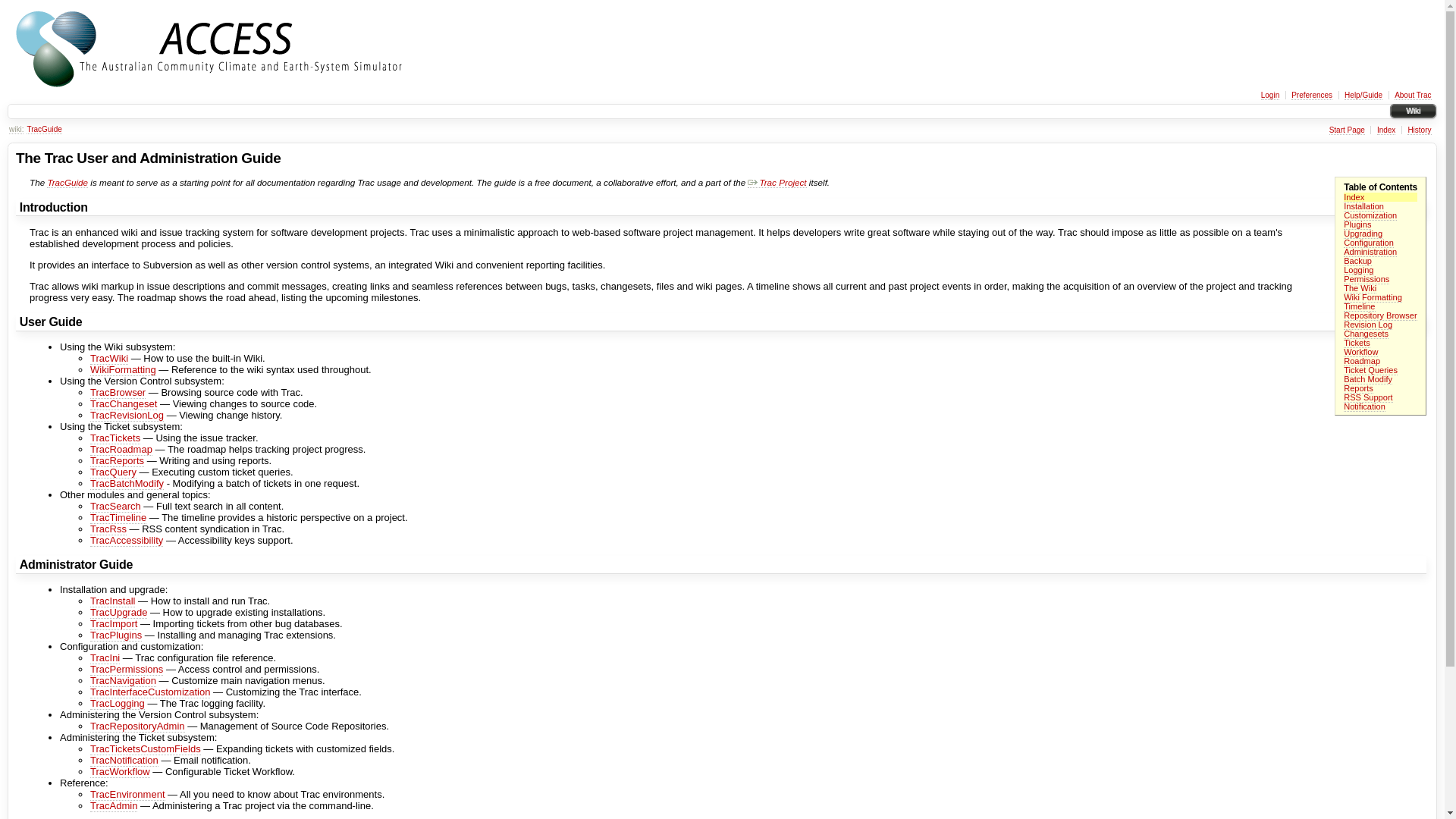 Image resolution: width=1456 pixels, height=819 pixels. What do you see at coordinates (149, 692) in the screenshot?
I see `'TracInterfaceCustomization'` at bounding box center [149, 692].